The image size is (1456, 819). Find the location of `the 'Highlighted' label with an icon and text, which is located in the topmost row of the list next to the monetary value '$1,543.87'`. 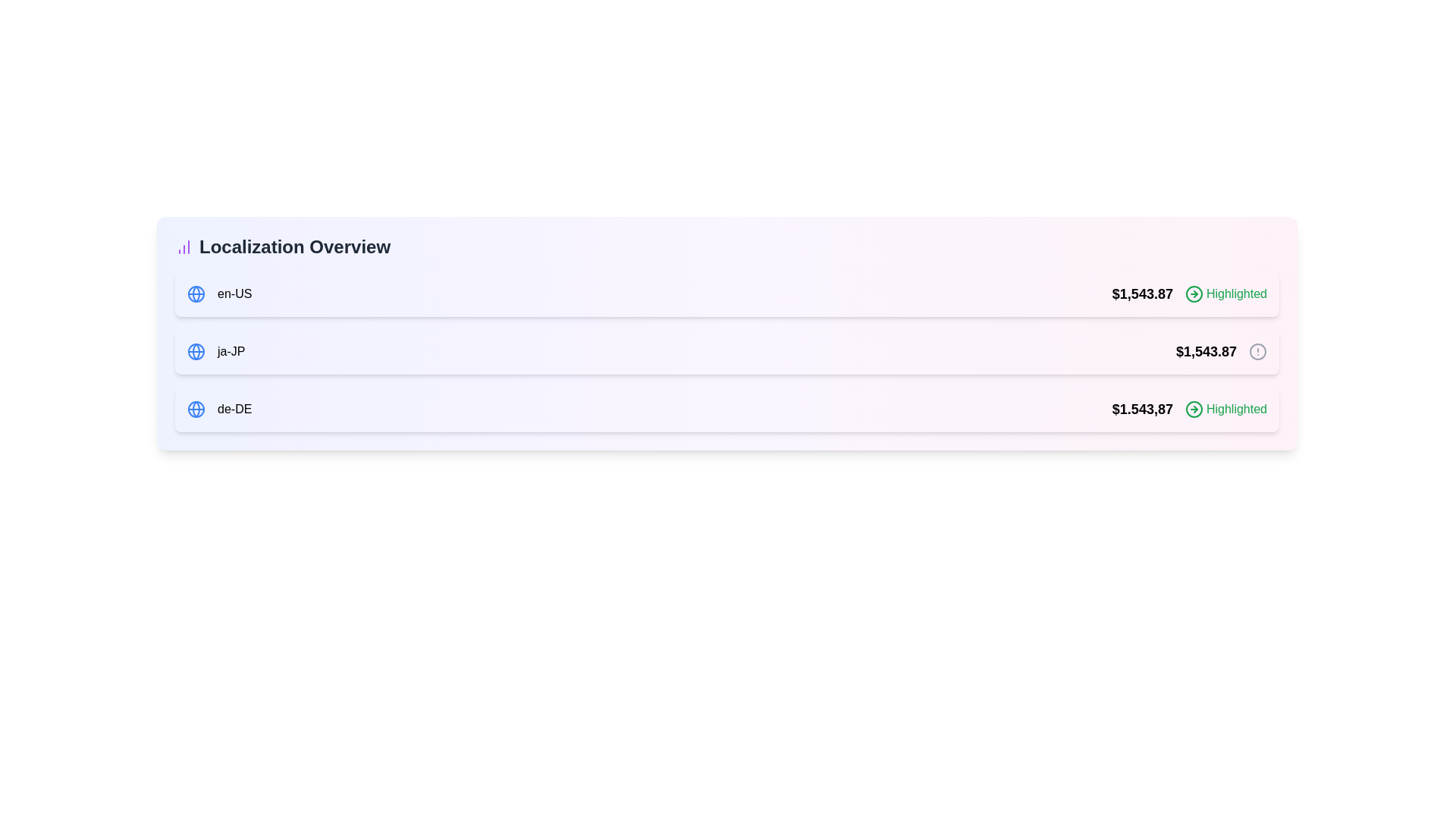

the 'Highlighted' label with an icon and text, which is located in the topmost row of the list next to the monetary value '$1,543.87' is located at coordinates (1226, 294).